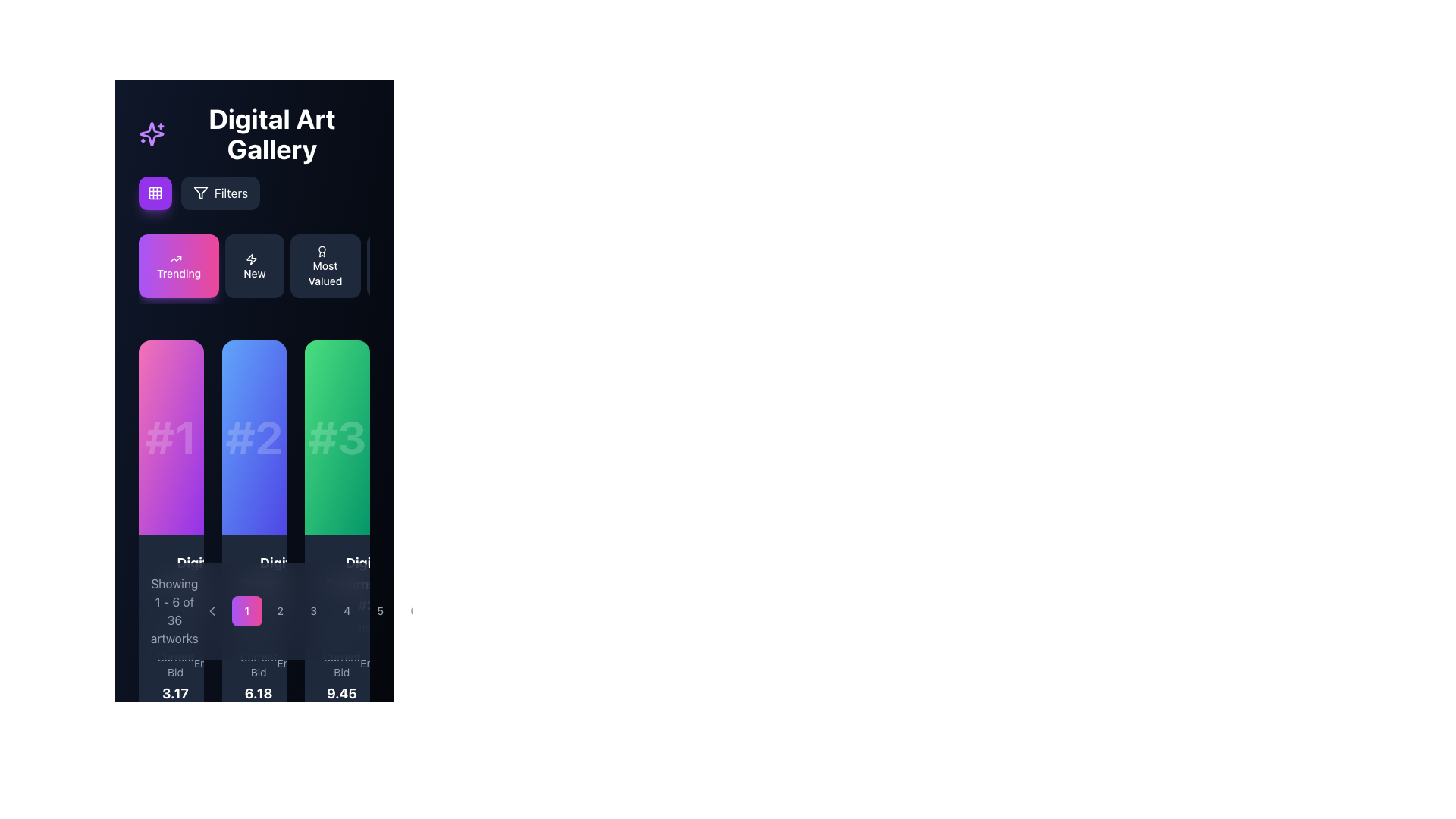 This screenshot has width=1456, height=819. What do you see at coordinates (253, 566) in the screenshot?
I see `the icon representing favoriting or liking content` at bounding box center [253, 566].